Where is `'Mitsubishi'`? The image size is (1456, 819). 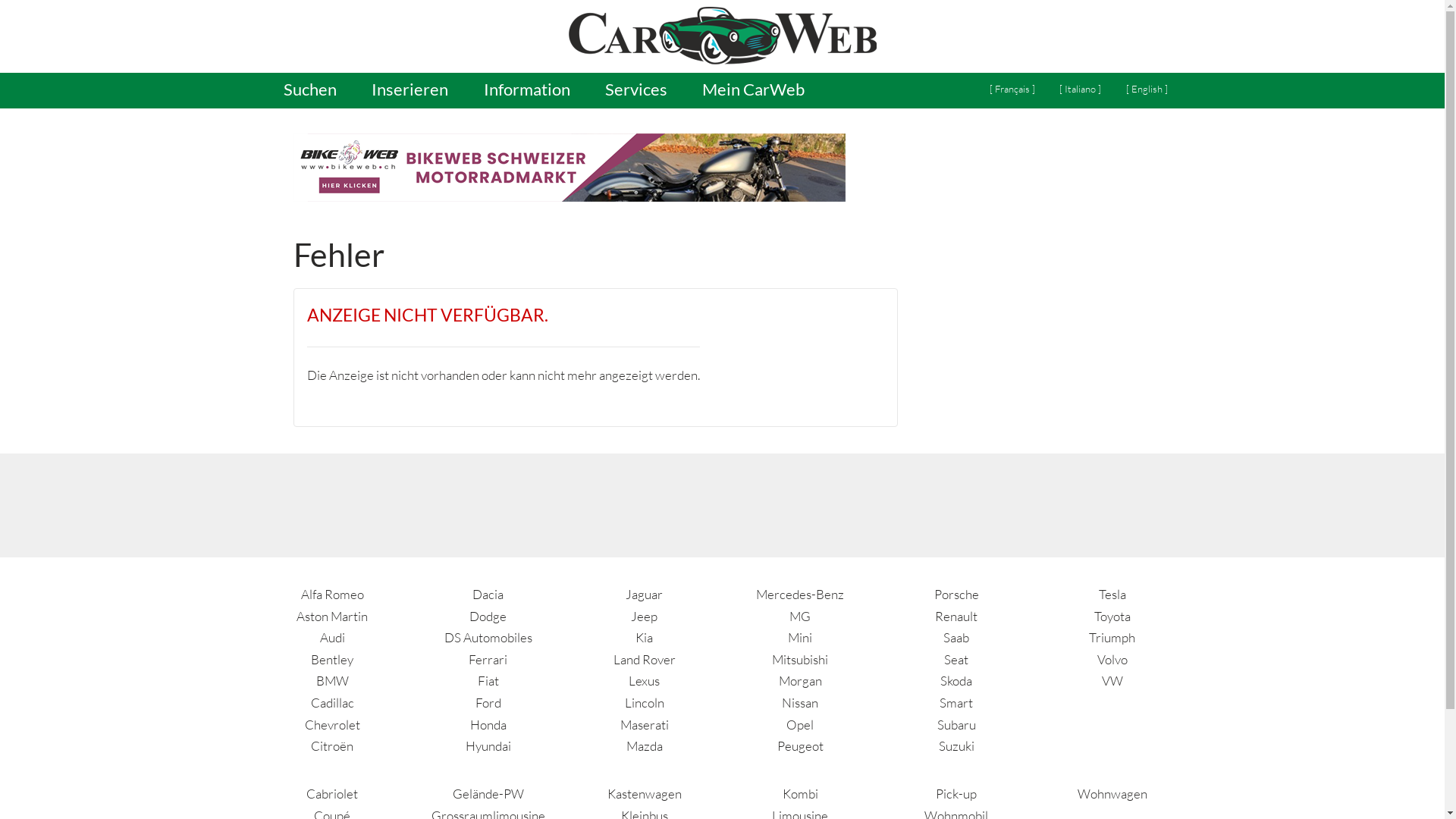
'Mitsubishi' is located at coordinates (799, 658).